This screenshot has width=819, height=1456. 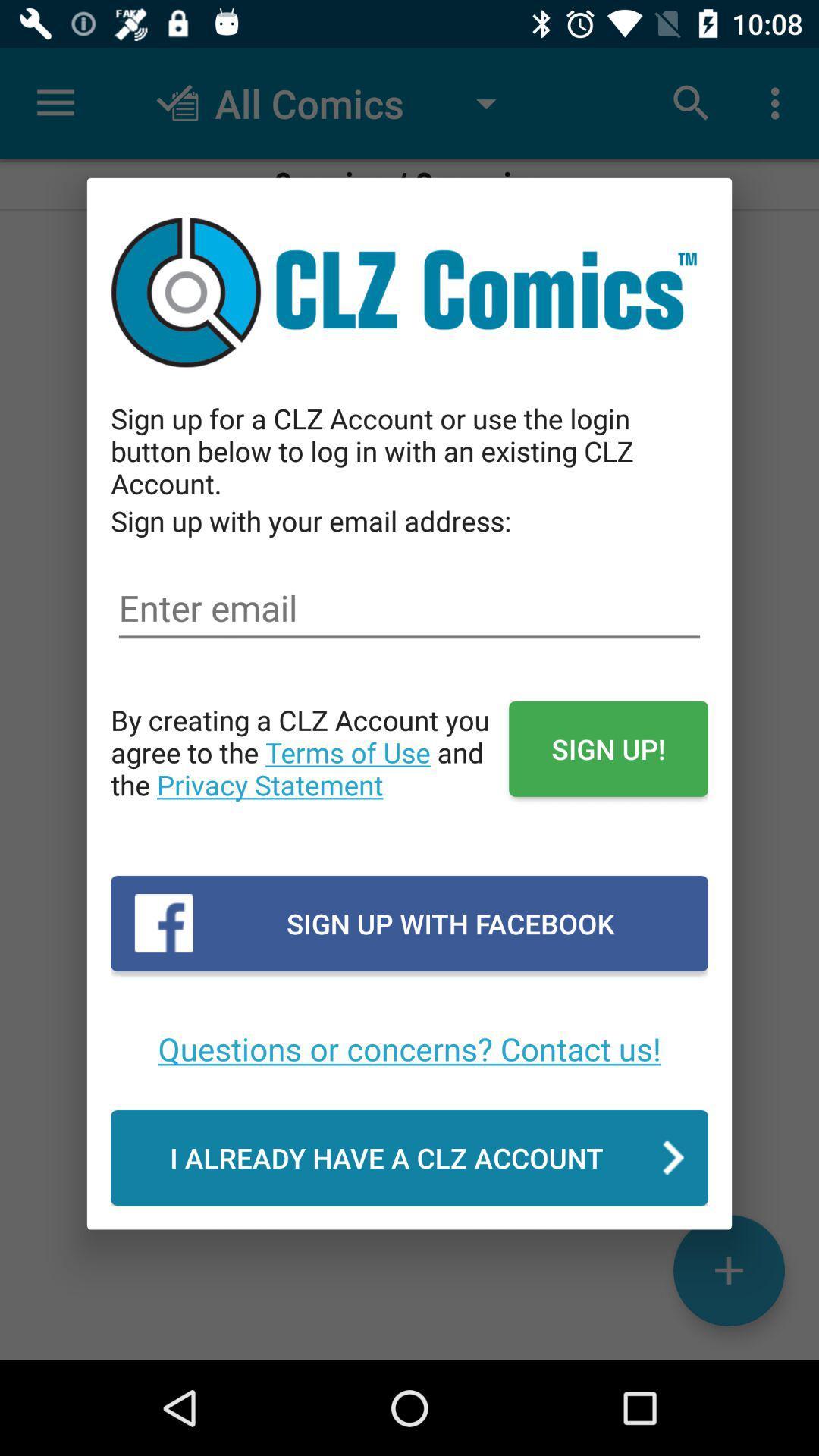 I want to click on the item to the left of sign up!, so click(x=309, y=768).